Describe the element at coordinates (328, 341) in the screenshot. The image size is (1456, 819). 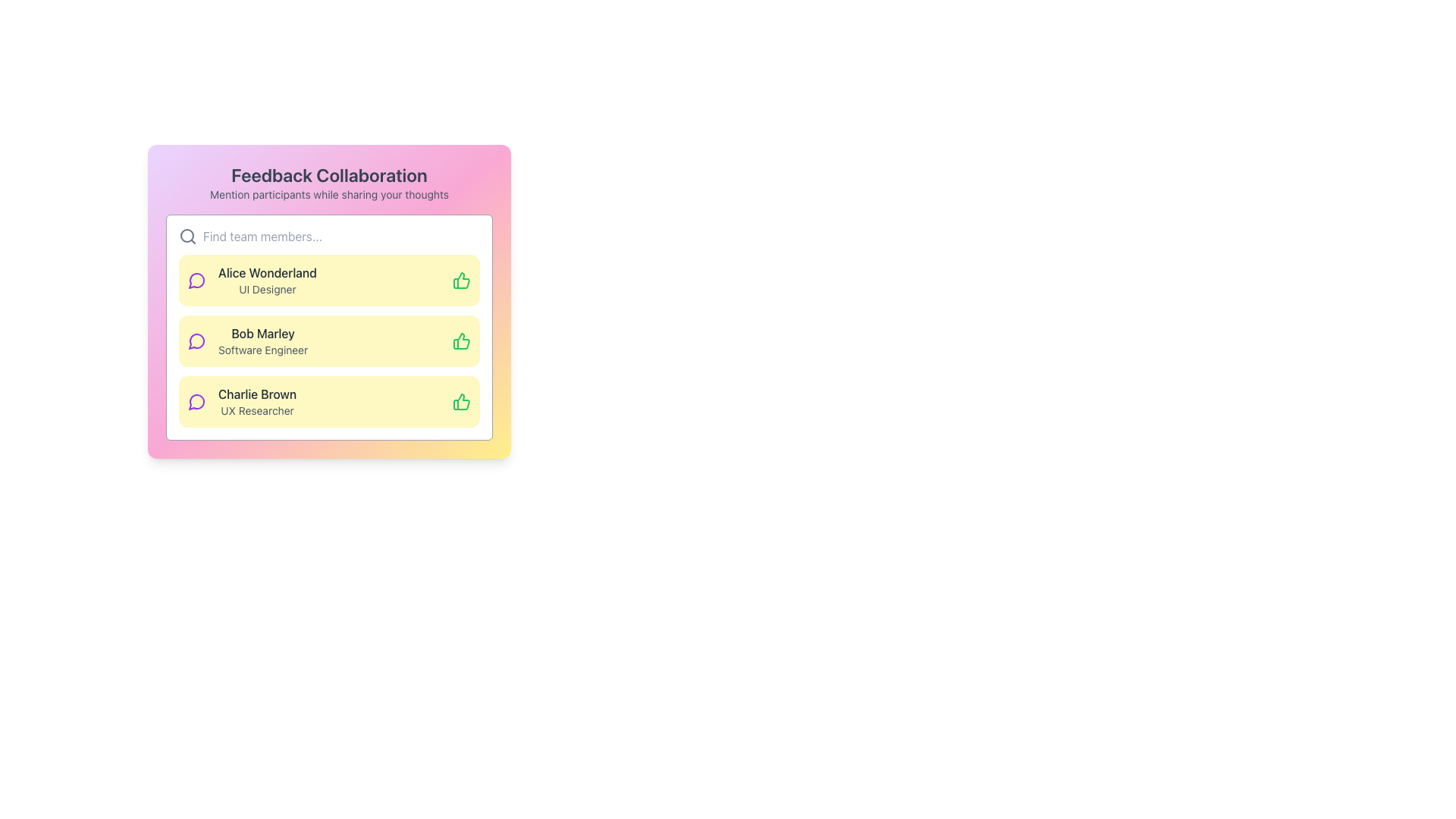
I see `the Profile card of participant 'Bob Marley', a Software Engineer, located in the vertical list under 'Feedback Collaboration'` at that location.